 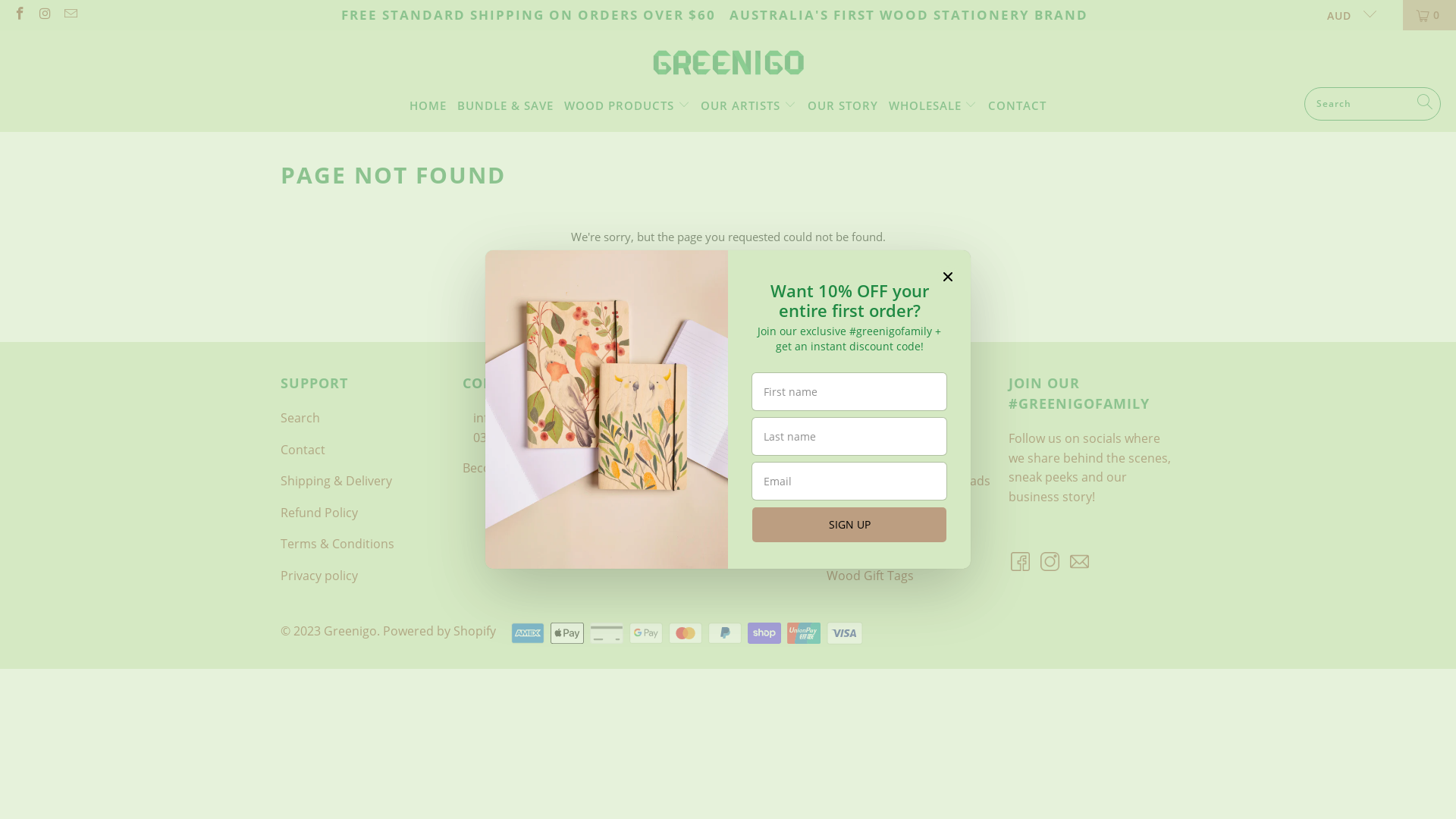 I want to click on 'OUR ARTISTS', so click(x=748, y=104).